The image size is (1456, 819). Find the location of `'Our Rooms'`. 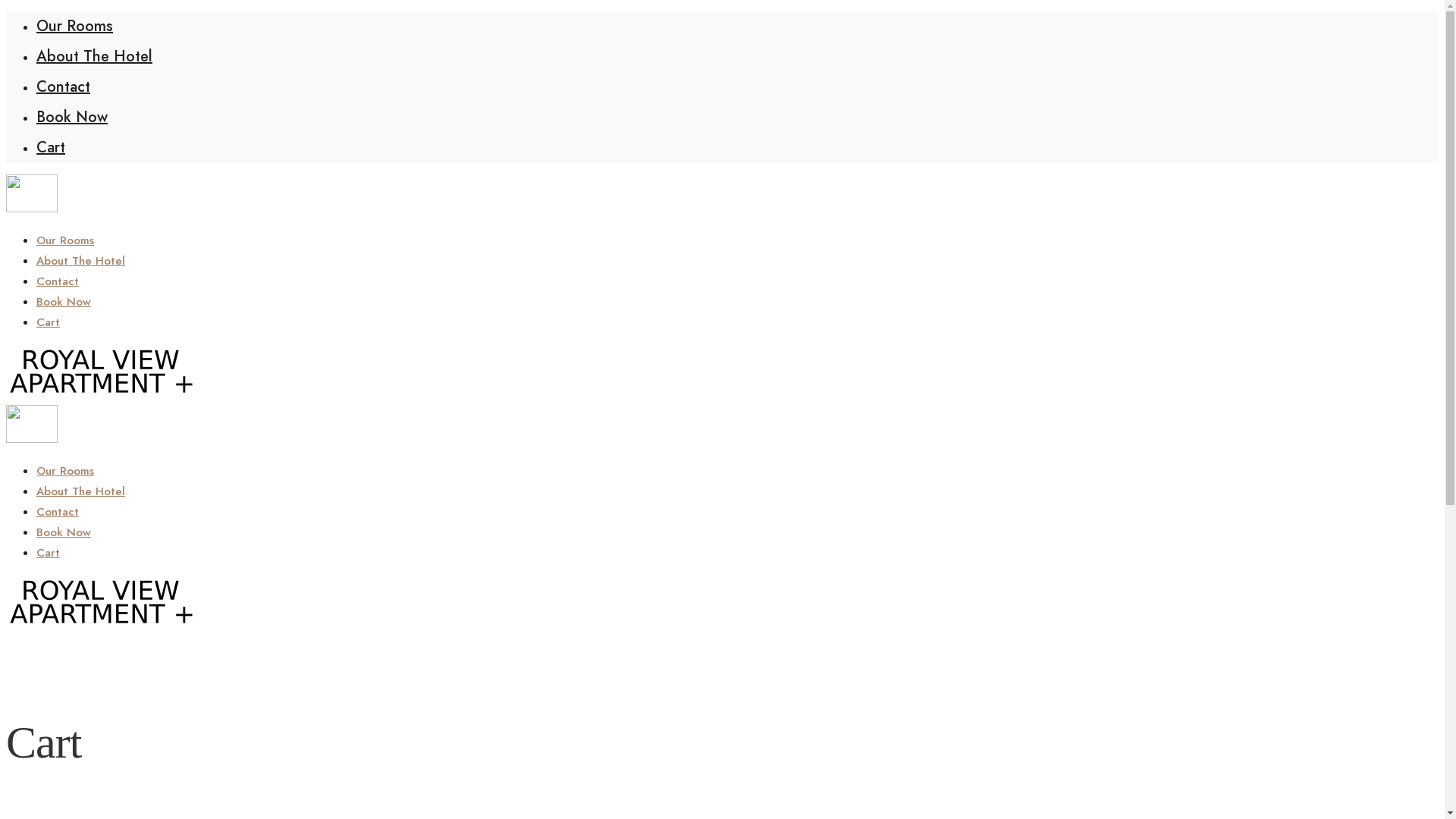

'Our Rooms' is located at coordinates (36, 470).